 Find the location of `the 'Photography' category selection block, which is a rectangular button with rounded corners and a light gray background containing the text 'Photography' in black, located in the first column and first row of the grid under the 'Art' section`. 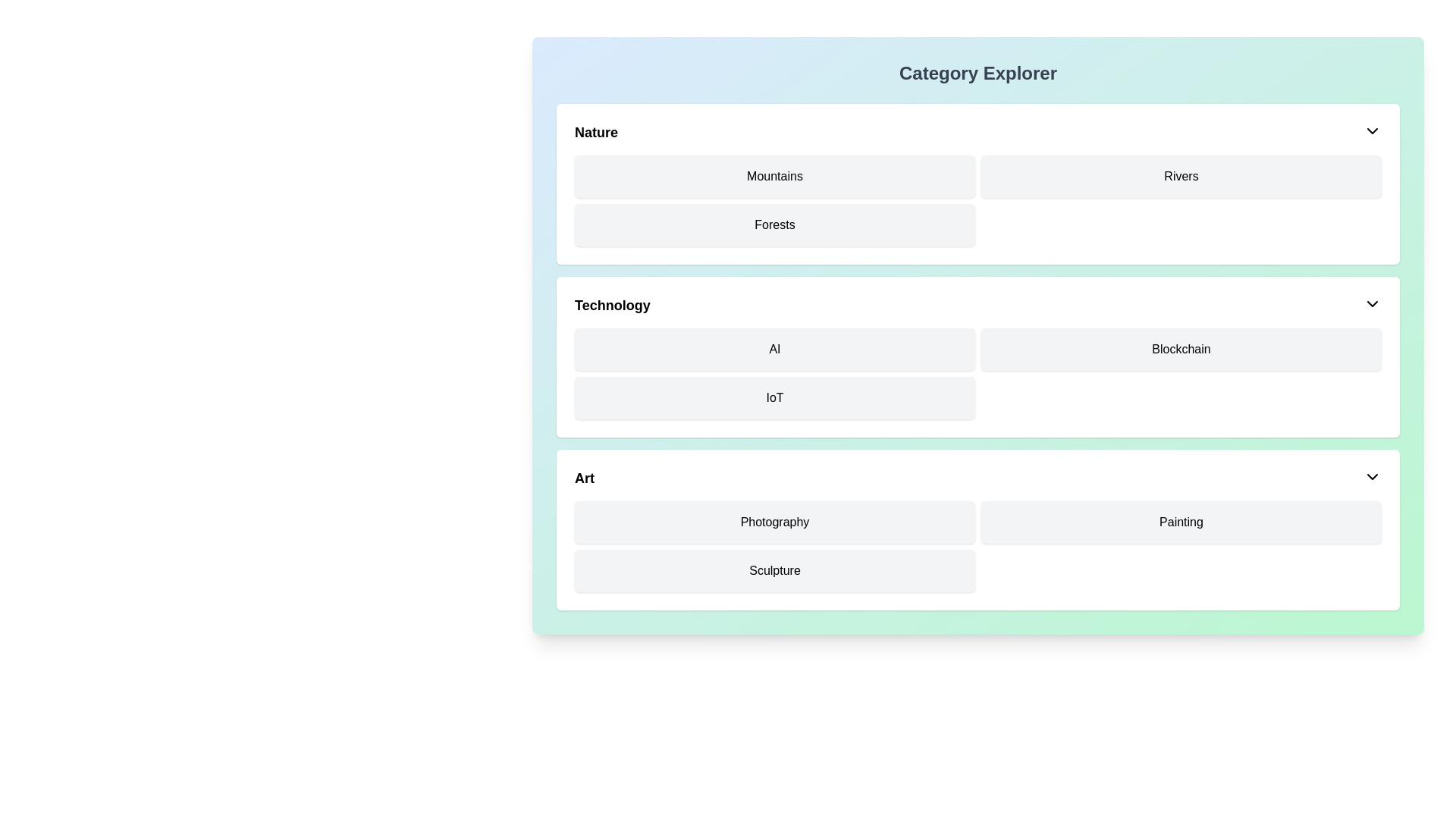

the 'Photography' category selection block, which is a rectangular button with rounded corners and a light gray background containing the text 'Photography' in black, located in the first column and first row of the grid under the 'Art' section is located at coordinates (775, 522).